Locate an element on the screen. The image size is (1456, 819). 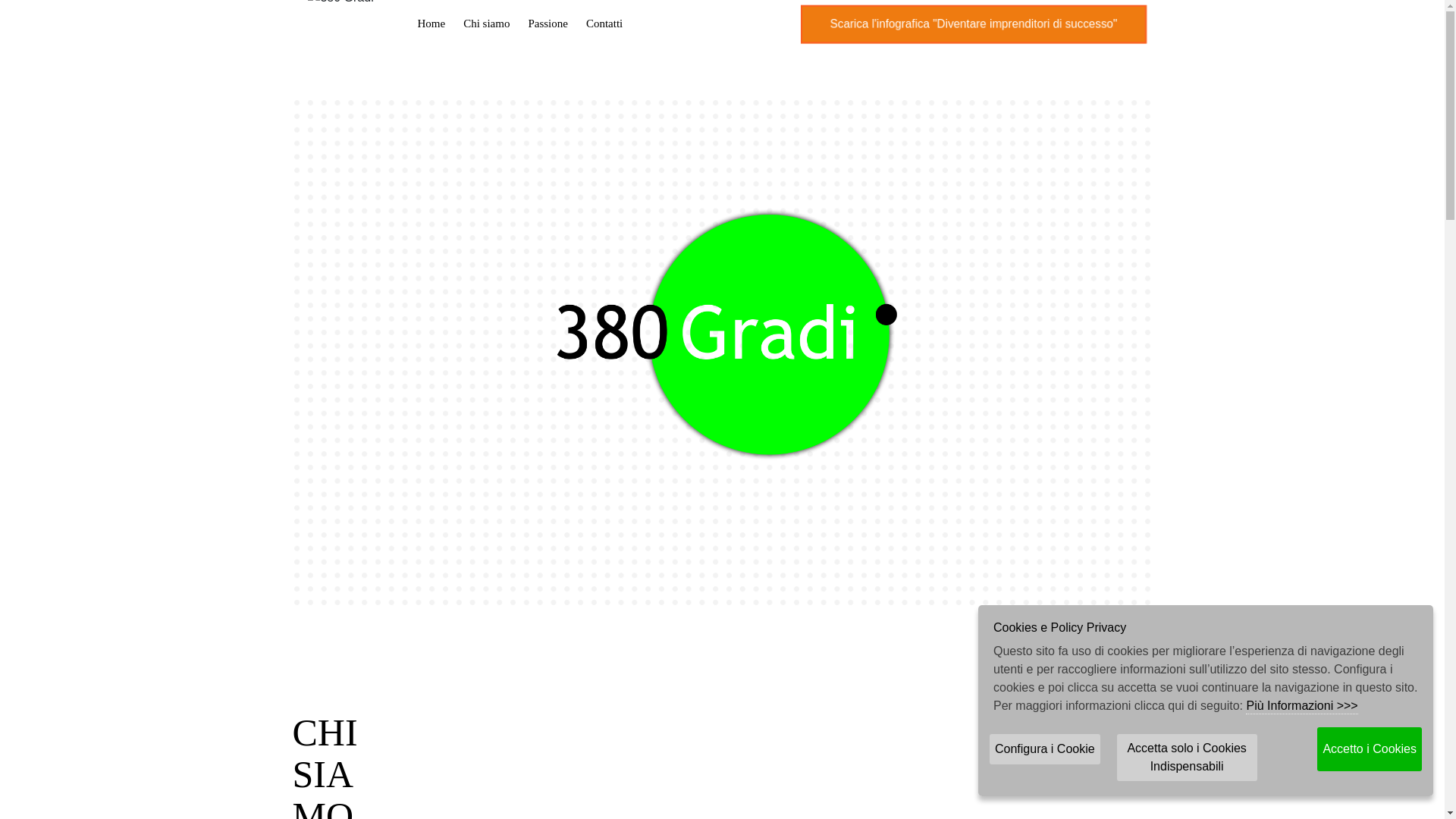
'Contatti' is located at coordinates (603, 23).